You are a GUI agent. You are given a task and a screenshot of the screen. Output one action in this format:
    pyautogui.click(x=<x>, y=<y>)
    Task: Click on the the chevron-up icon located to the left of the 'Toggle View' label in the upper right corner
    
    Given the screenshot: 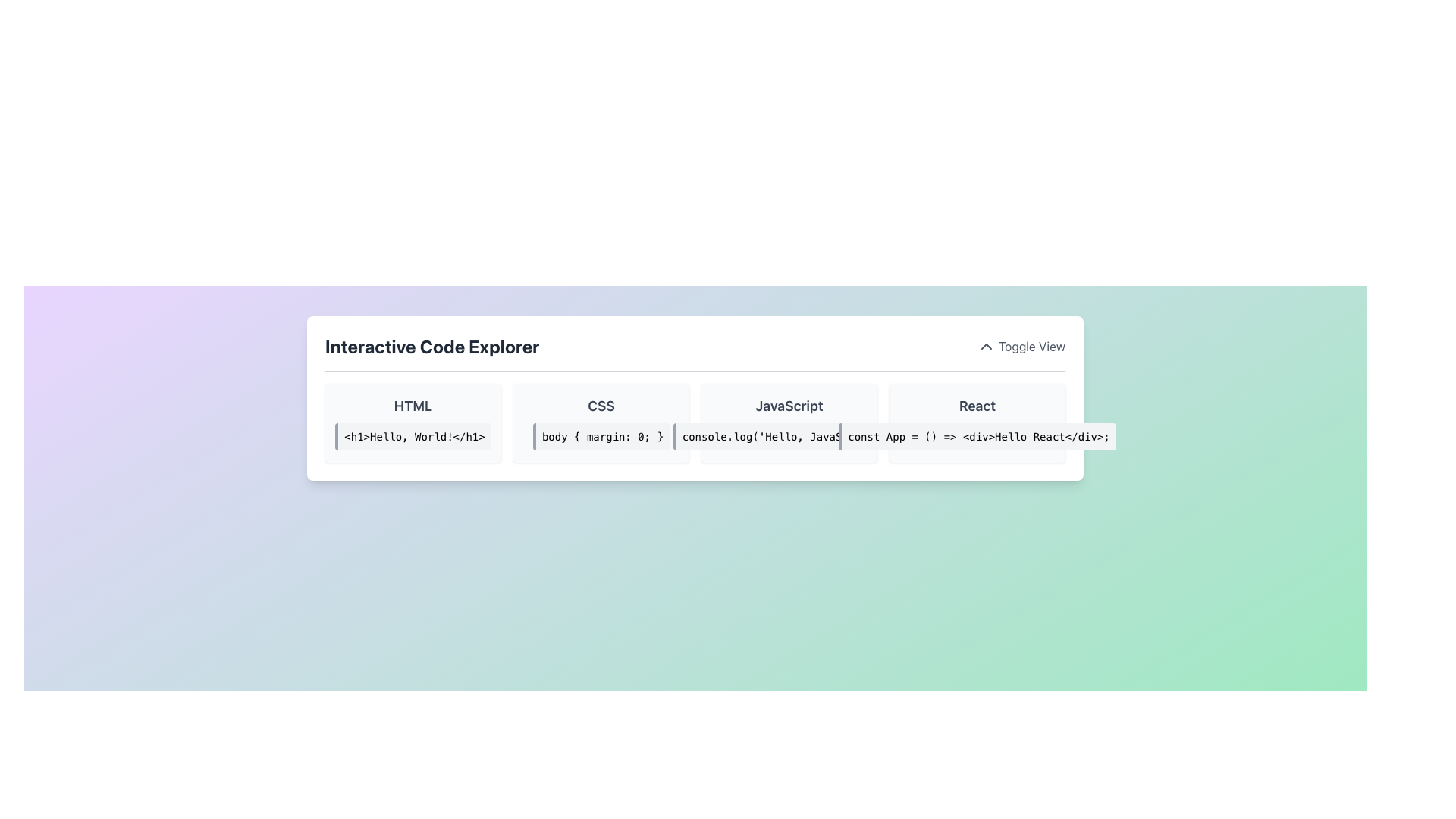 What is the action you would take?
    pyautogui.click(x=986, y=346)
    